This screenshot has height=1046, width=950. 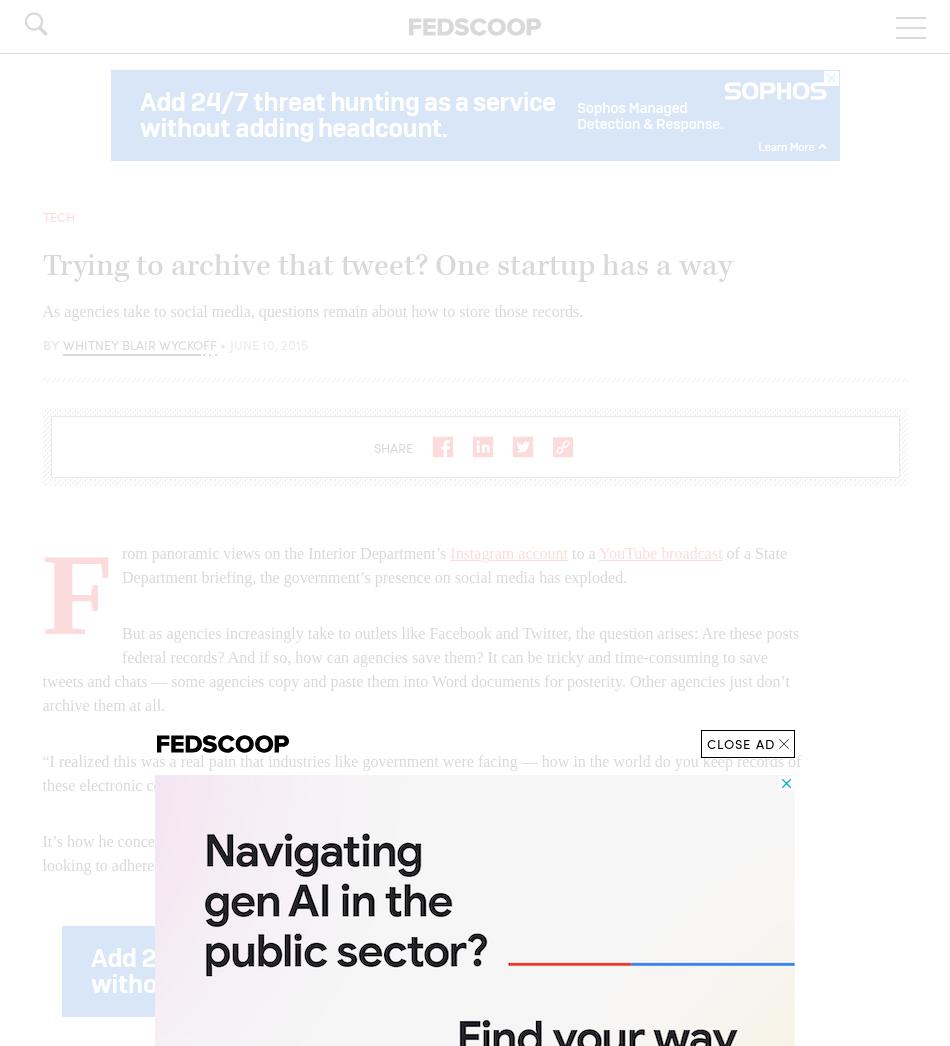 I want to click on 'It’s how he conceived North Carolina-based startup Archive Social, which has emerged as an option for agencies looking to adhere to records rules and still have an active social media presence.', so click(x=402, y=852).